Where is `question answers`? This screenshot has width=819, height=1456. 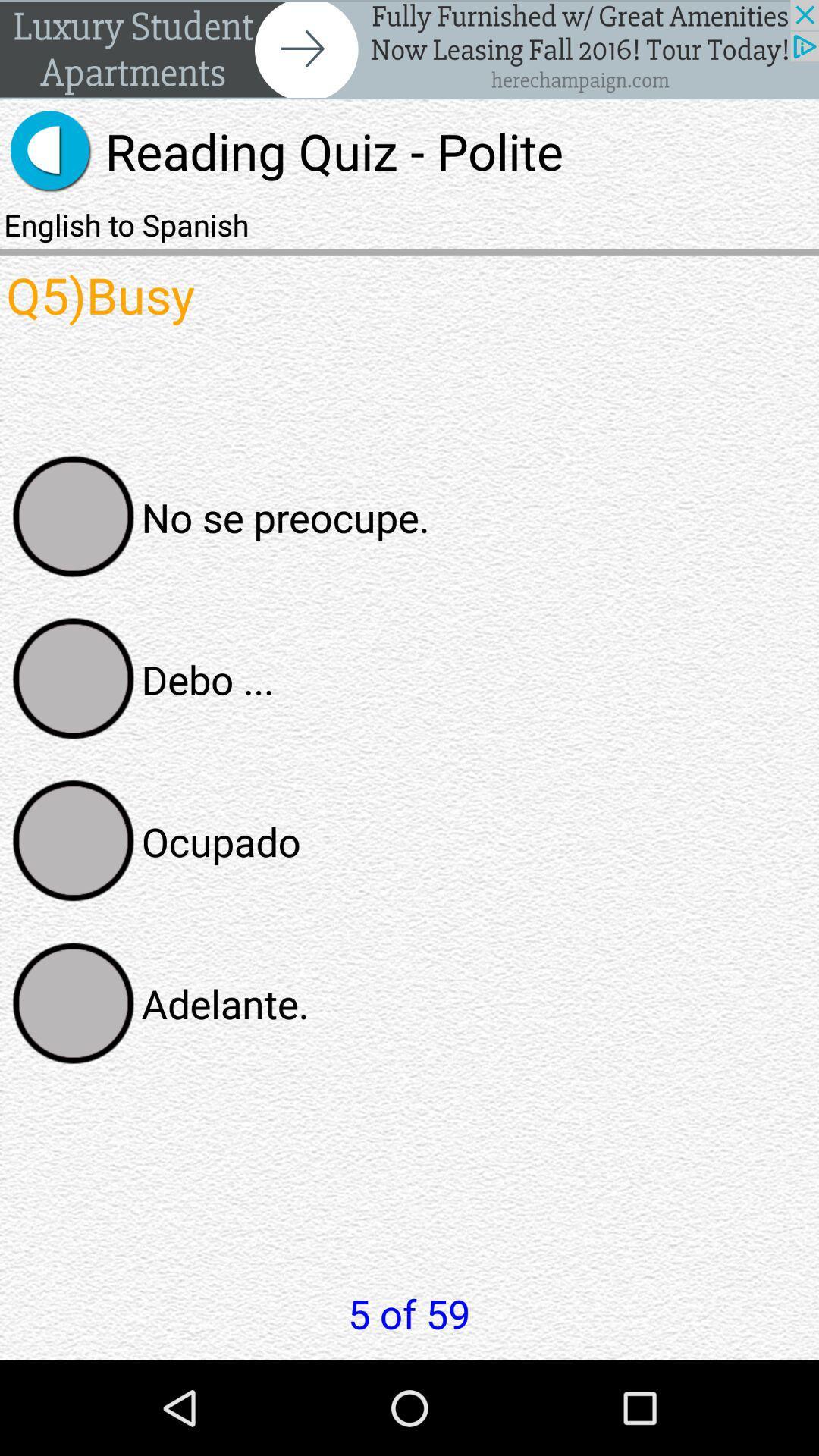 question answers is located at coordinates (74, 678).